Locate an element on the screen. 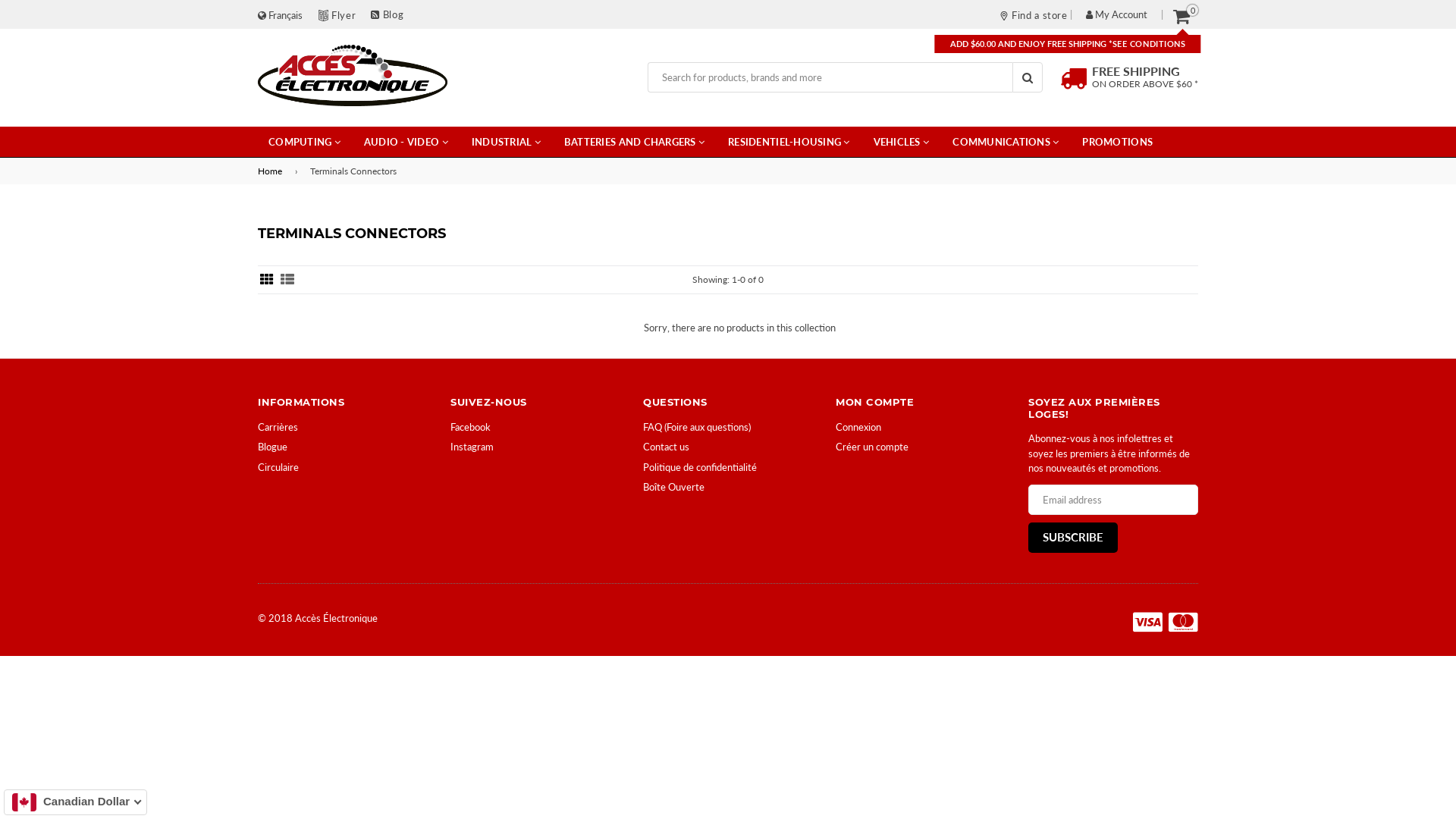  'COMMUNICATIONS' is located at coordinates (941, 141).